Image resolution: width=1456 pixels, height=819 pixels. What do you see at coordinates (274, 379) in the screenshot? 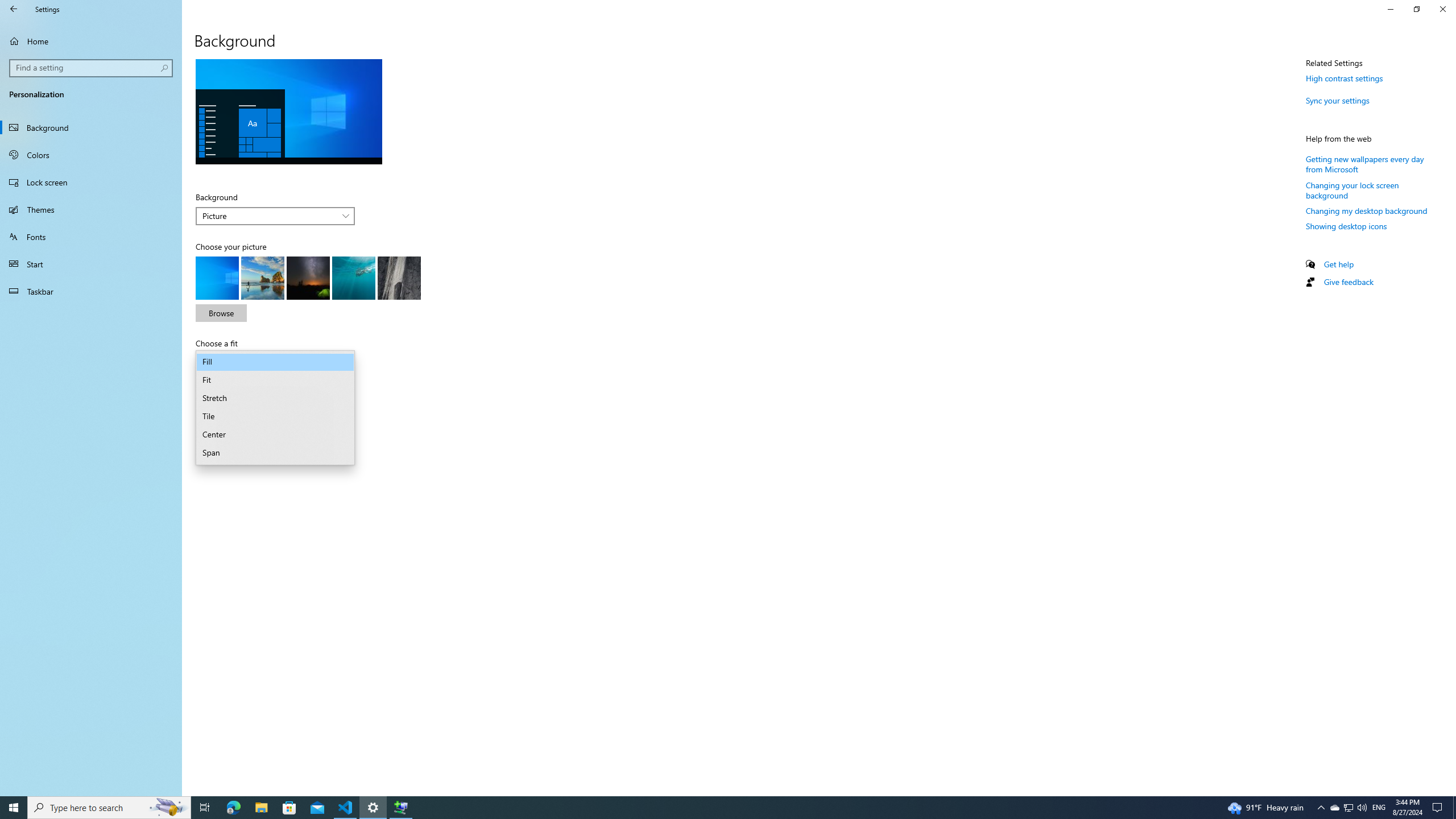
I see `'Fit'` at bounding box center [274, 379].